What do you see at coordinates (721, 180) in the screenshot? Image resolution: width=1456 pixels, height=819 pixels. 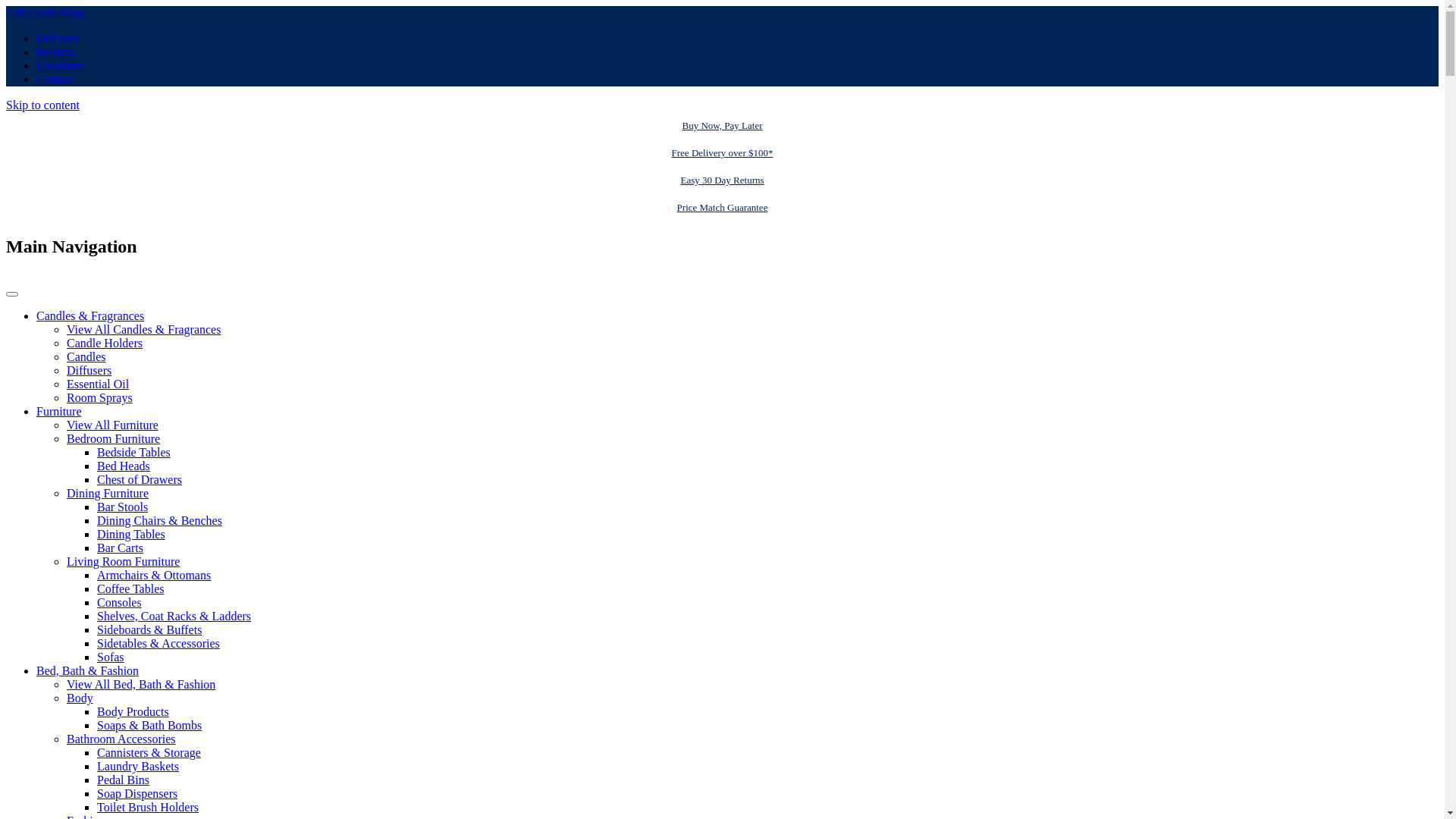 I see `'Easy 30 Day Returns'` at bounding box center [721, 180].